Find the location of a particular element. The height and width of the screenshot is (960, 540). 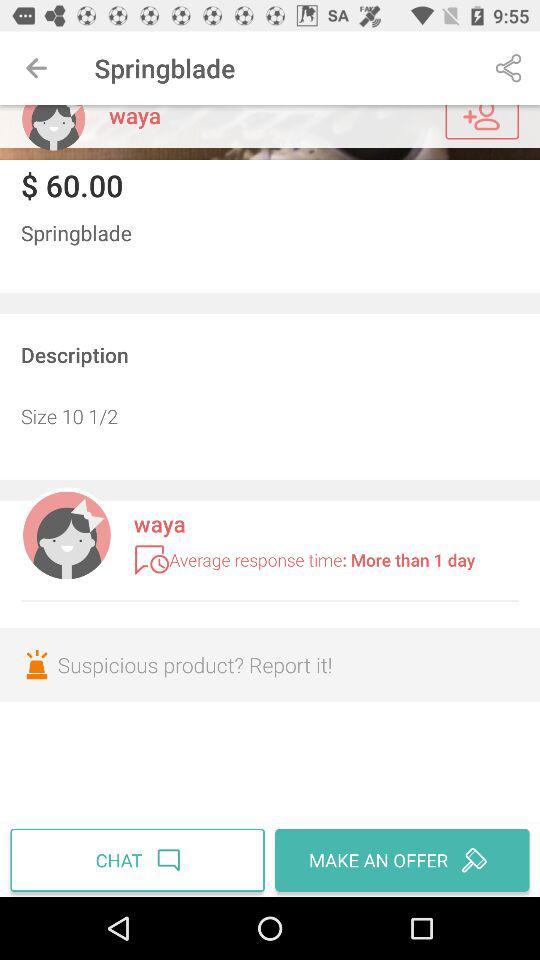

chat at the bottom left corner is located at coordinates (139, 859).